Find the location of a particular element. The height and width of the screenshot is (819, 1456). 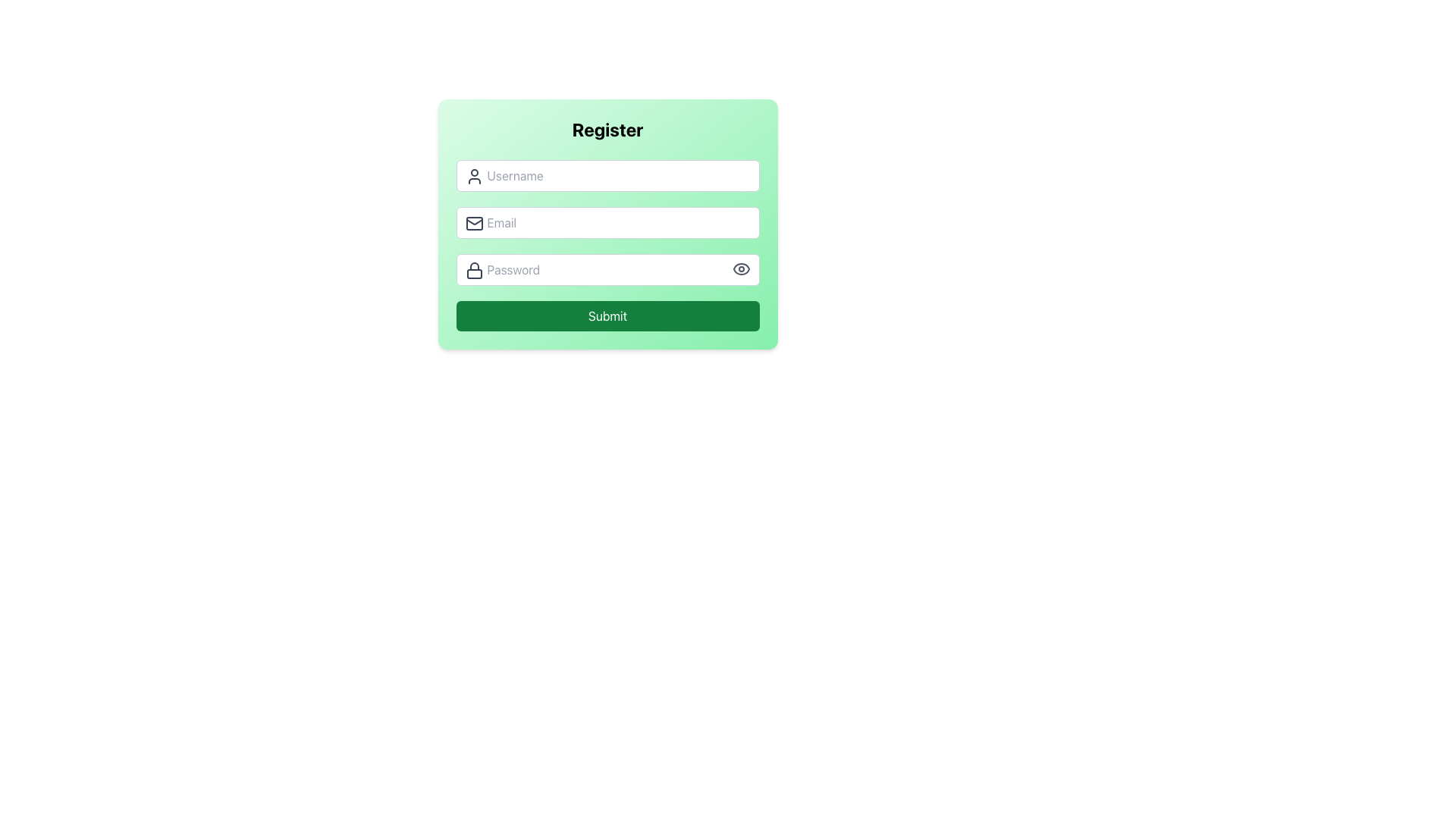

the rectangular shape of the envelope icon, which is positioned to the left of the 'Email' input field in the registration form is located at coordinates (473, 223).